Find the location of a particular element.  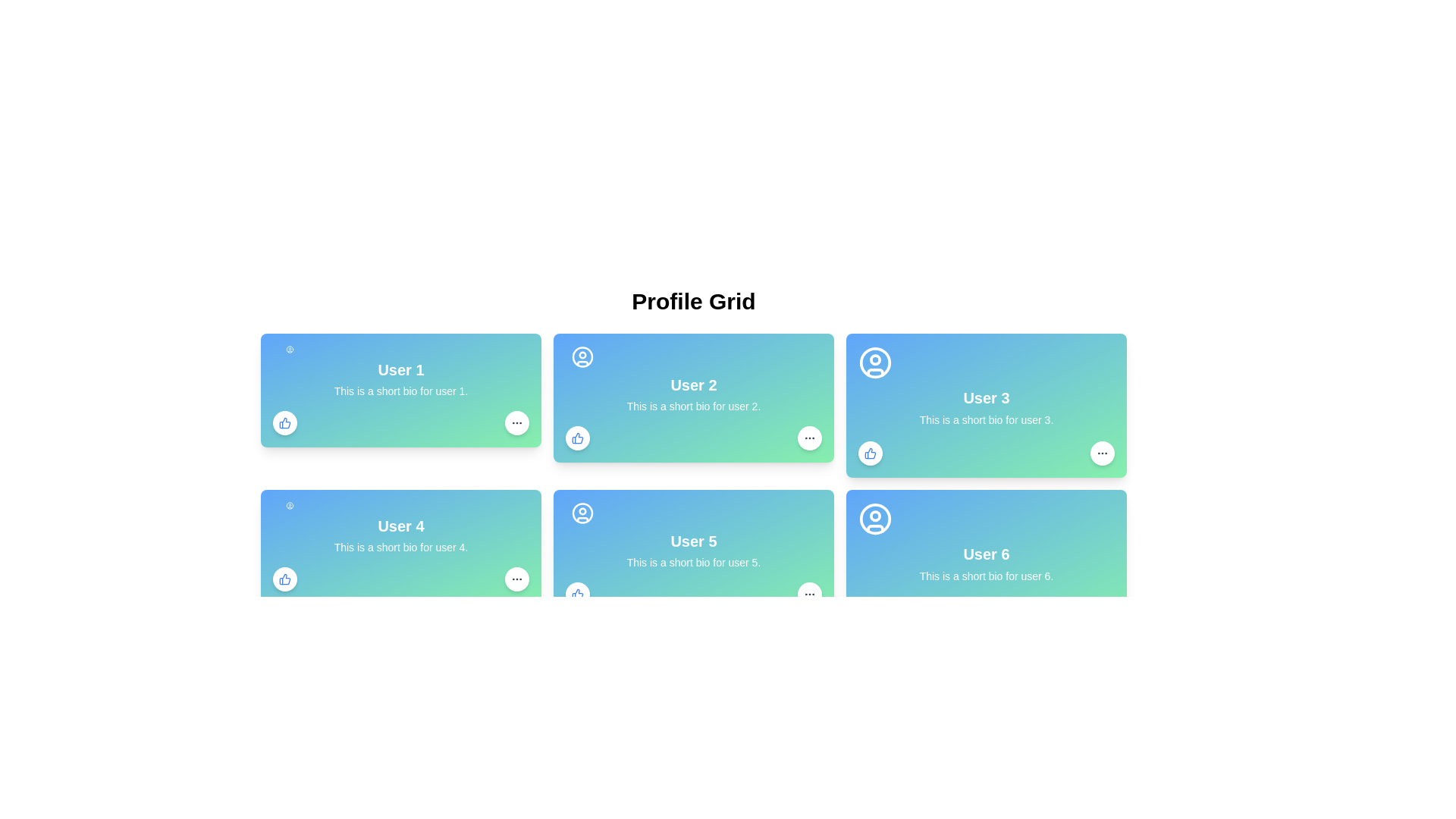

the user avatar icon for 'User 1' located is located at coordinates (290, 350).